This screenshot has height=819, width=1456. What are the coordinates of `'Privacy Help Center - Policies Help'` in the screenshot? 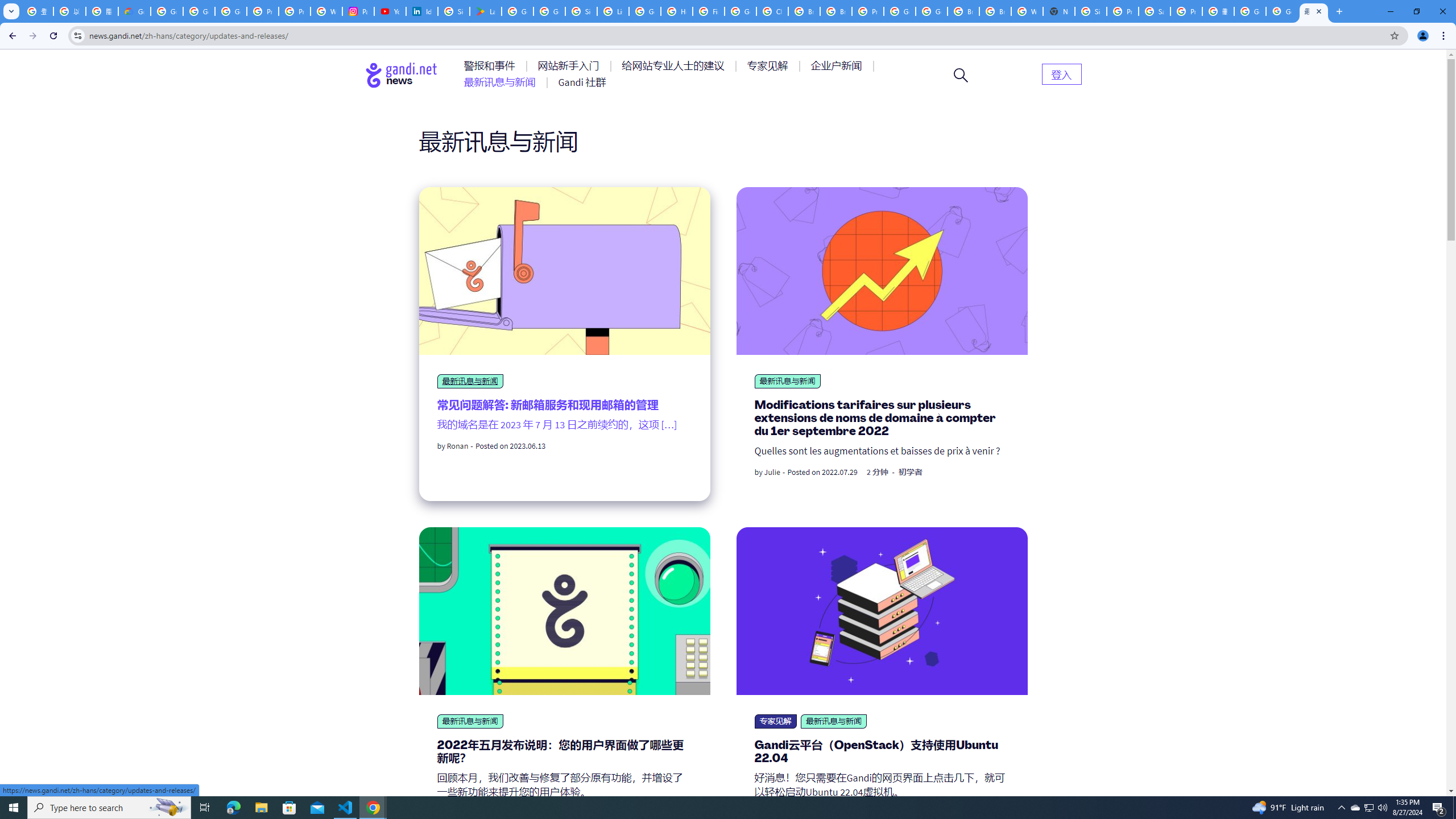 It's located at (262, 11).